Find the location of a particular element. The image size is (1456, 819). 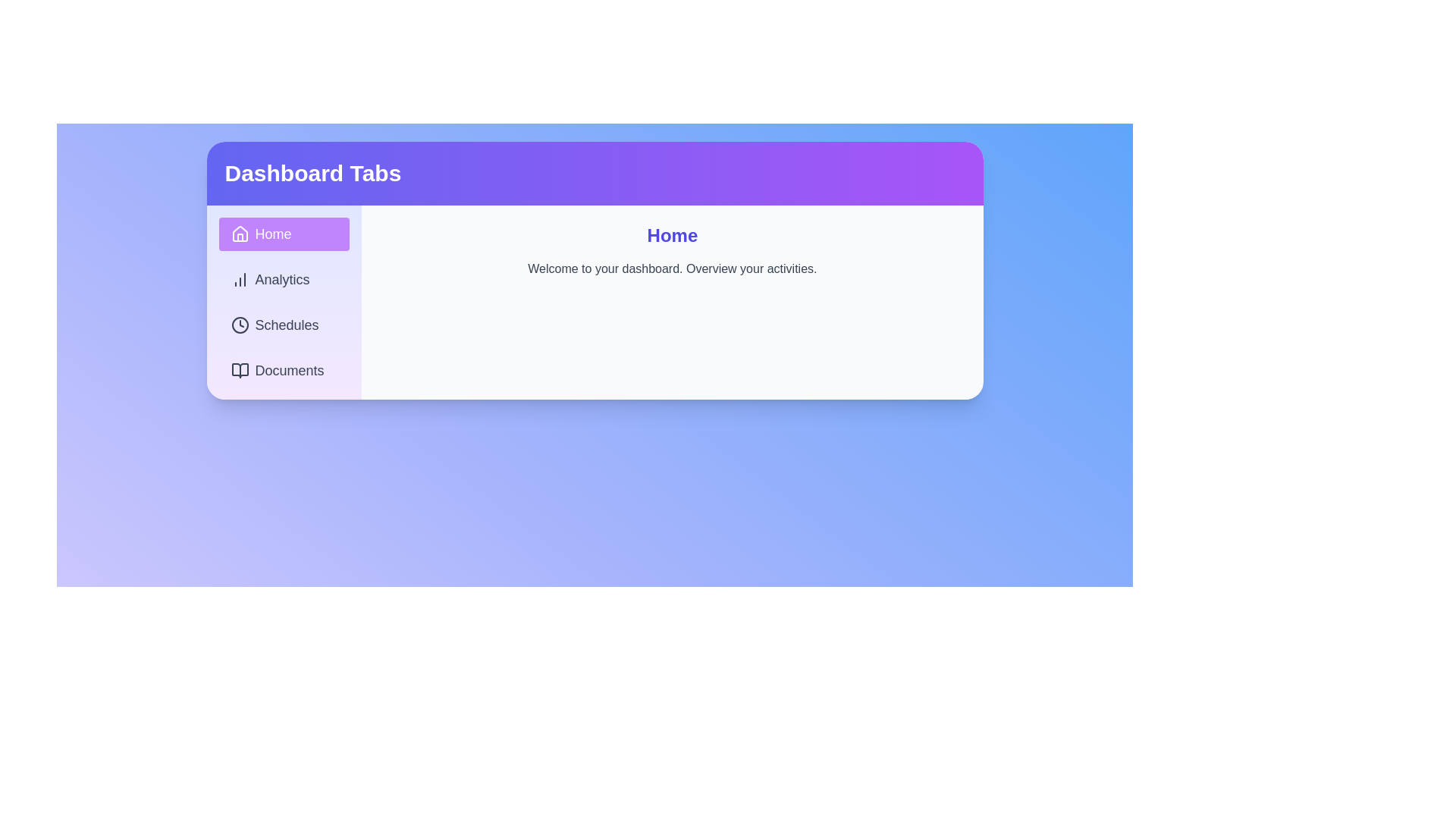

the Schedules tab by clicking on it is located at coordinates (284, 324).